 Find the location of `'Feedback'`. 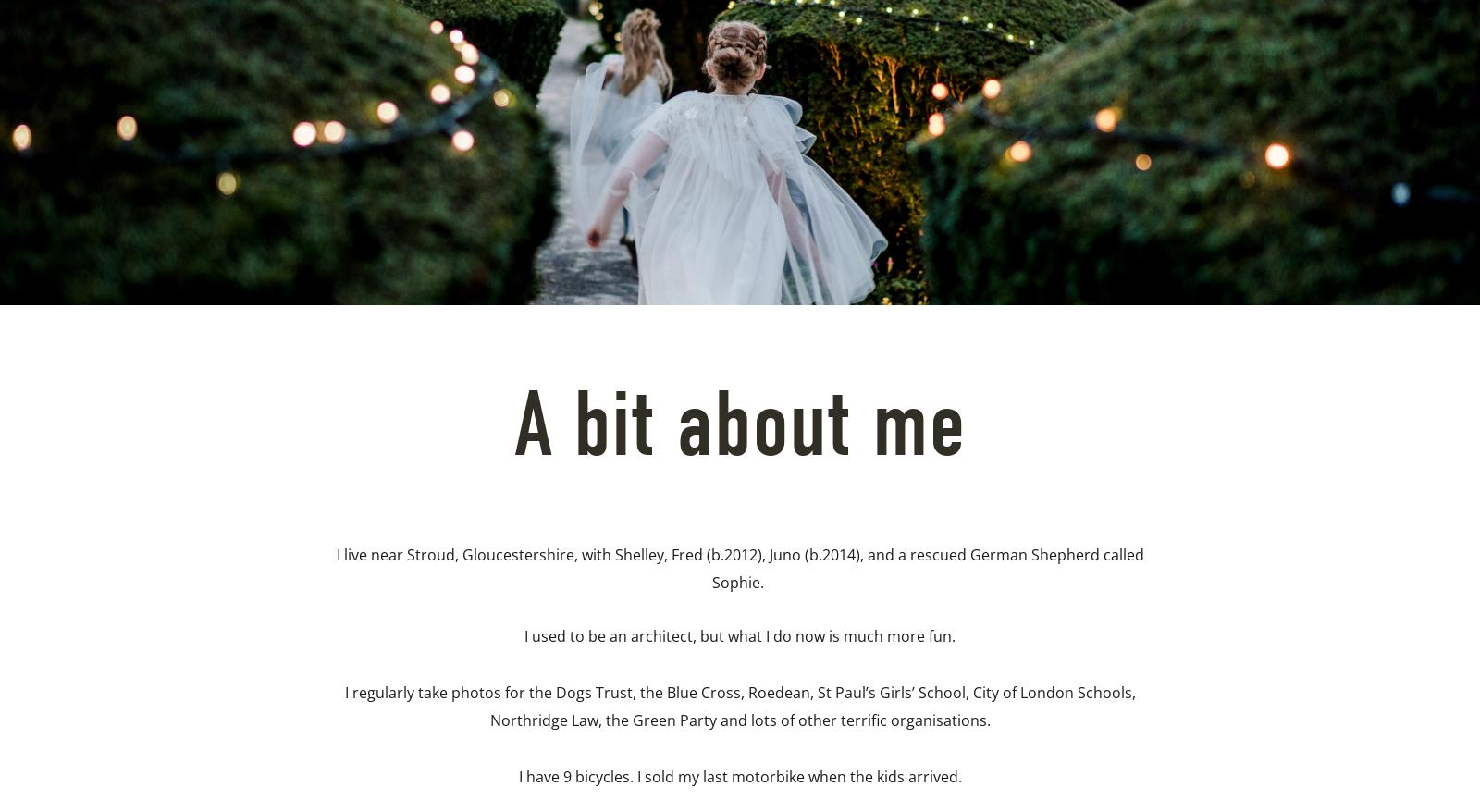

'Feedback' is located at coordinates (466, 263).